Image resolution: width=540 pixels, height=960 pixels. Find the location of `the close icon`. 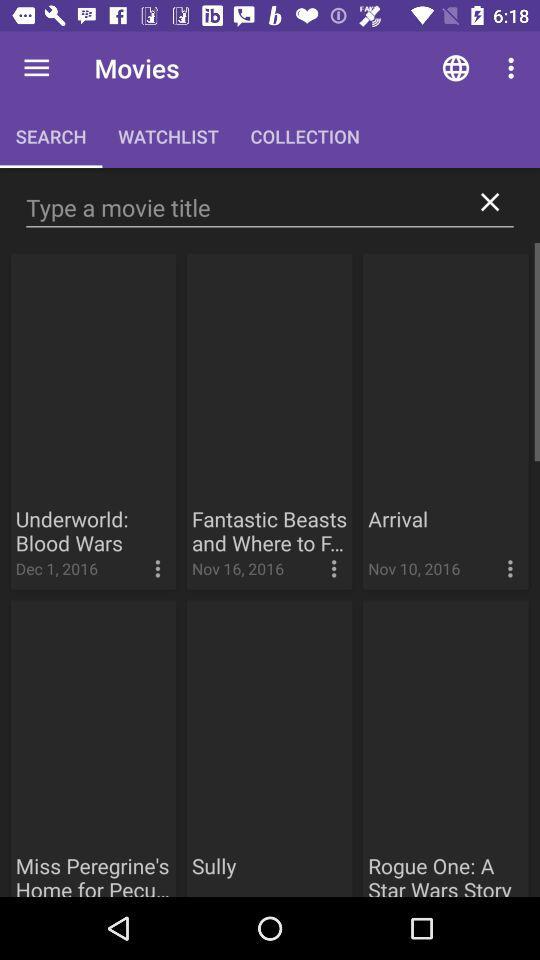

the close icon is located at coordinates (489, 202).